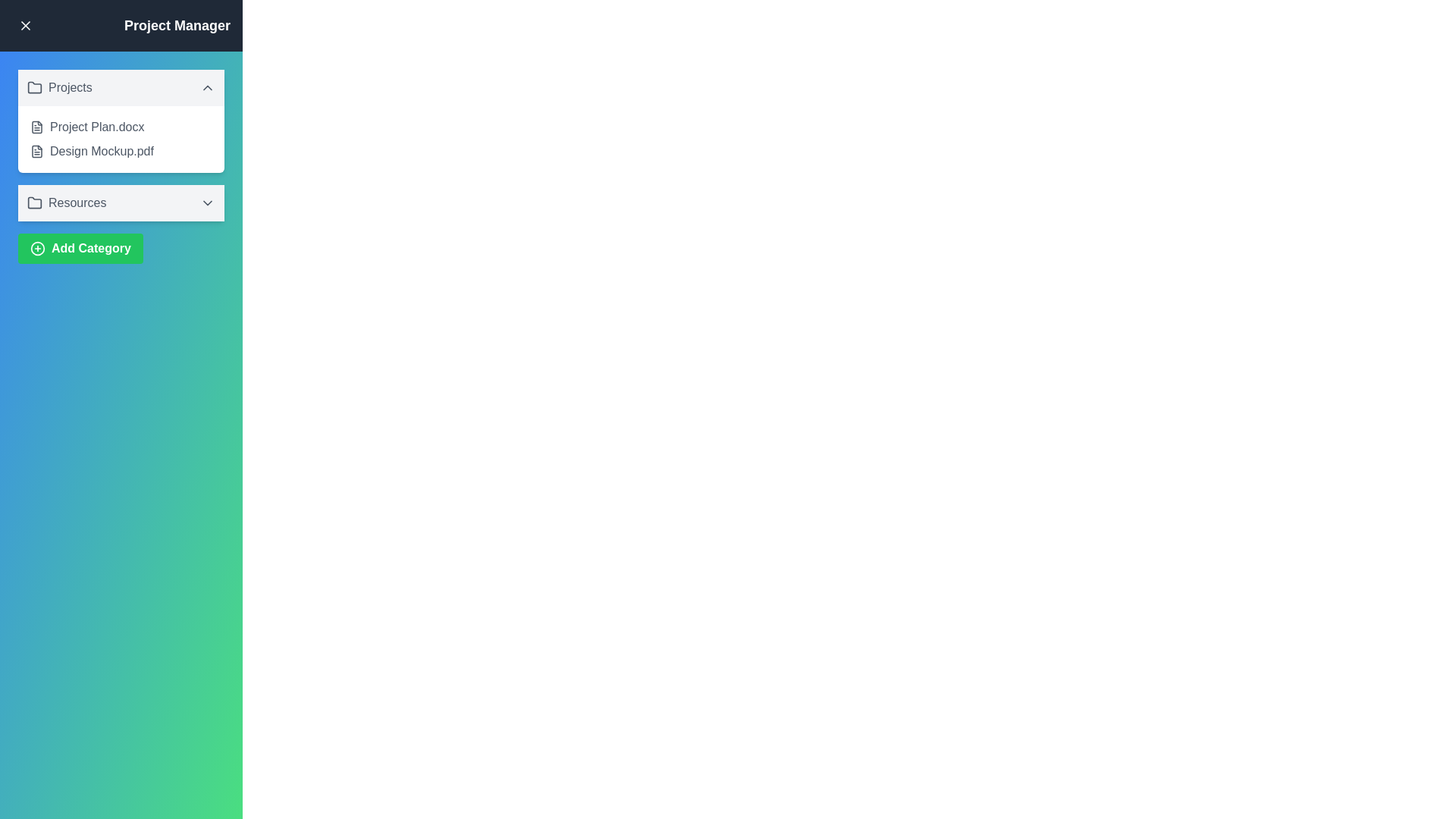  What do you see at coordinates (59, 87) in the screenshot?
I see `the 'Projects' label which is styled as an icon of a folder followed by the text, located in a clickable area with a light gray background` at bounding box center [59, 87].